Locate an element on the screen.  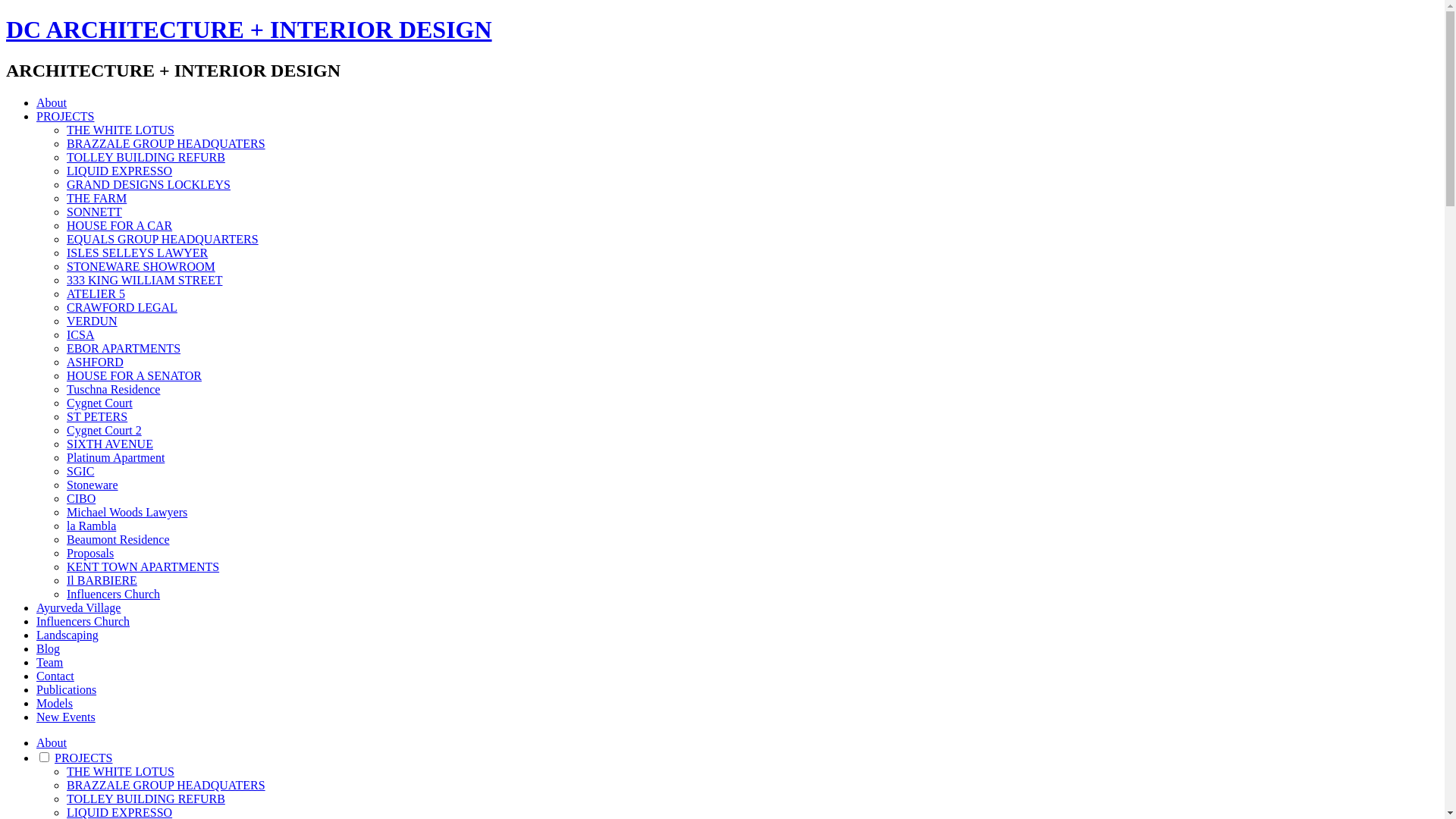
'Influencers Church' is located at coordinates (112, 593).